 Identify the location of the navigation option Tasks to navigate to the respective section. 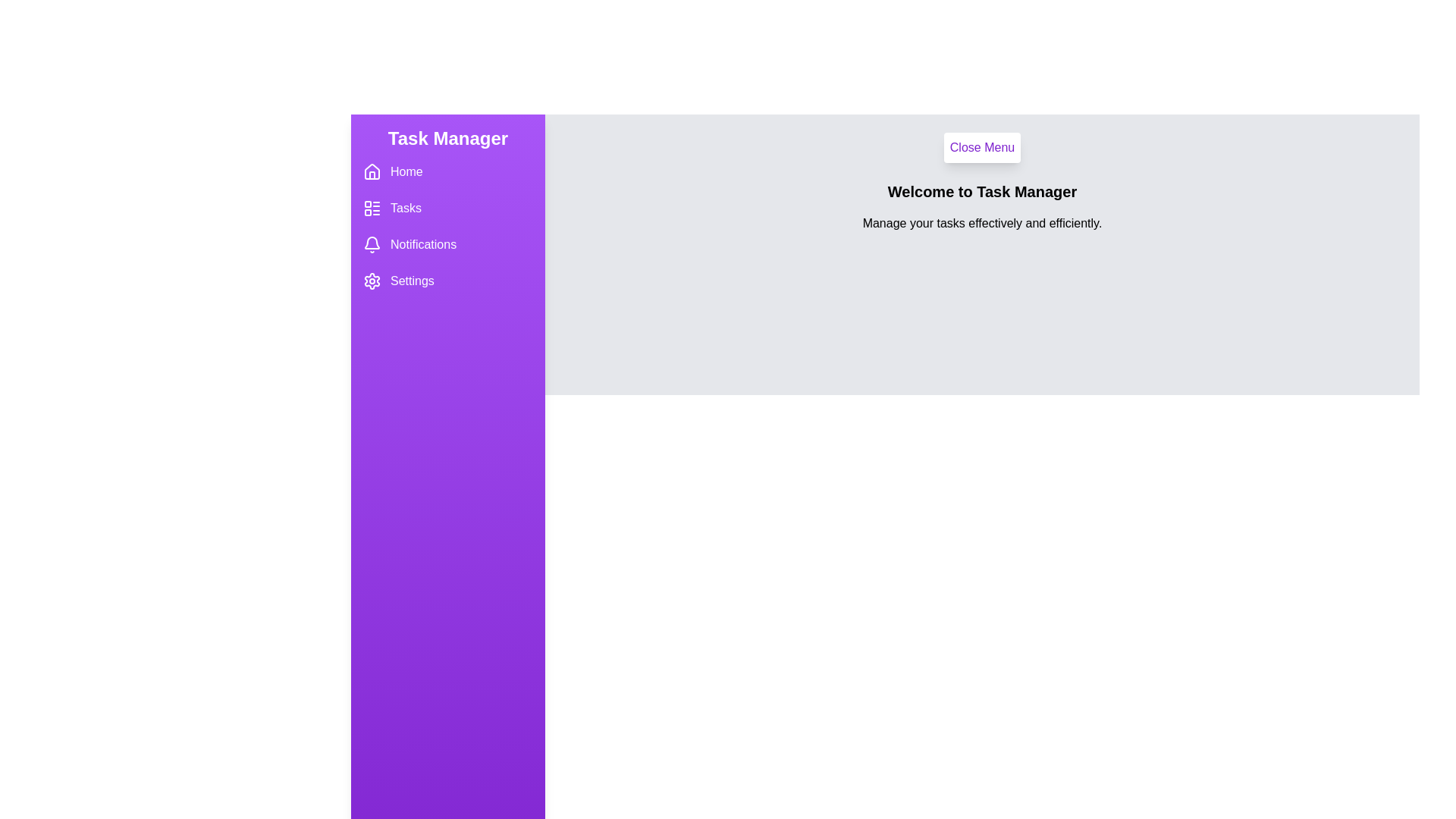
(447, 208).